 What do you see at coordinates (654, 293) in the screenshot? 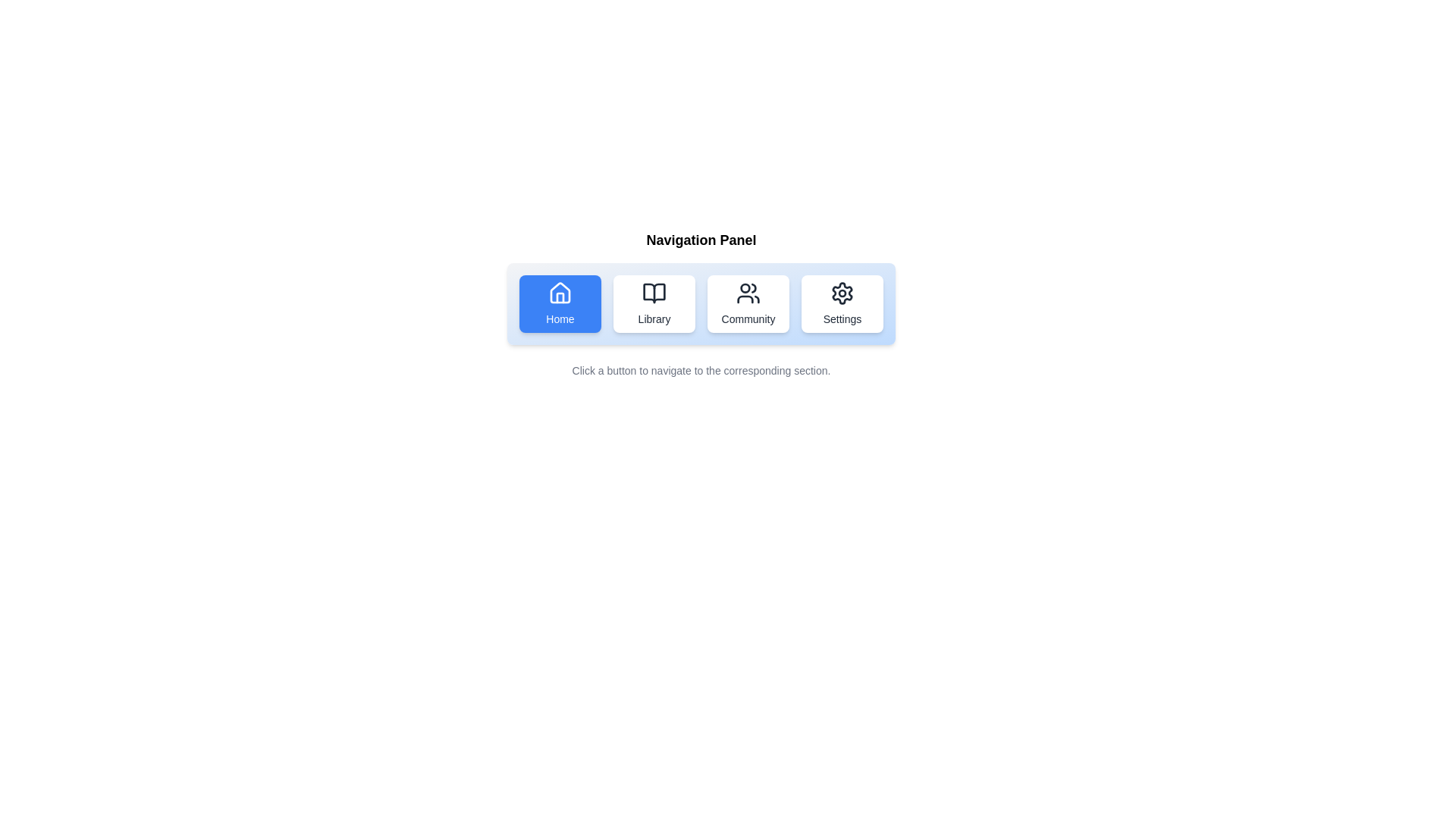
I see `the book icon within the 'Library' button, which is the second button from the left in the navigation row` at bounding box center [654, 293].